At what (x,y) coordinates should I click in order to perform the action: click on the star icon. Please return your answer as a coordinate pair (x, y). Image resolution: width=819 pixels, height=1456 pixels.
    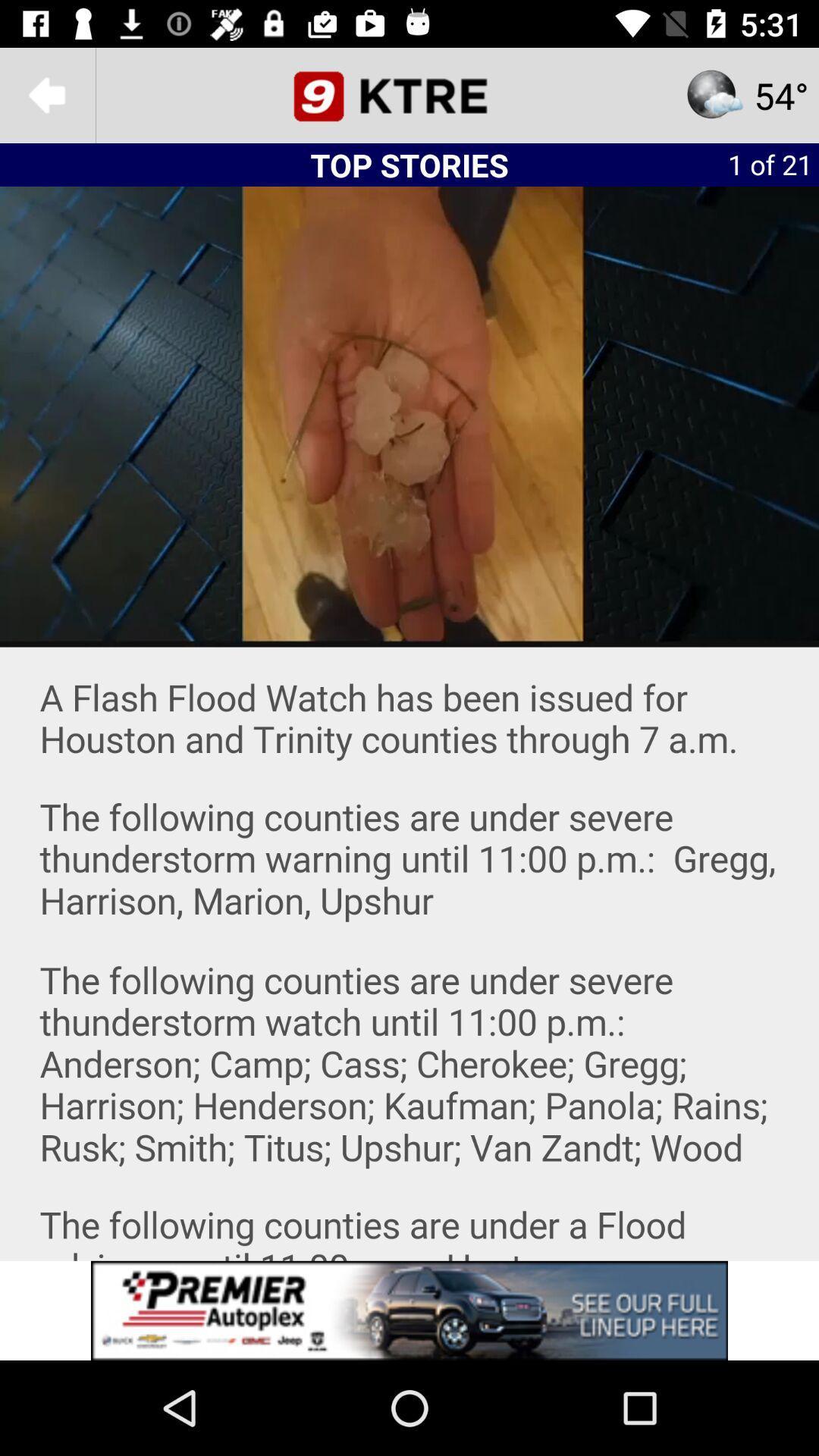
    Looking at the image, I should click on (745, 94).